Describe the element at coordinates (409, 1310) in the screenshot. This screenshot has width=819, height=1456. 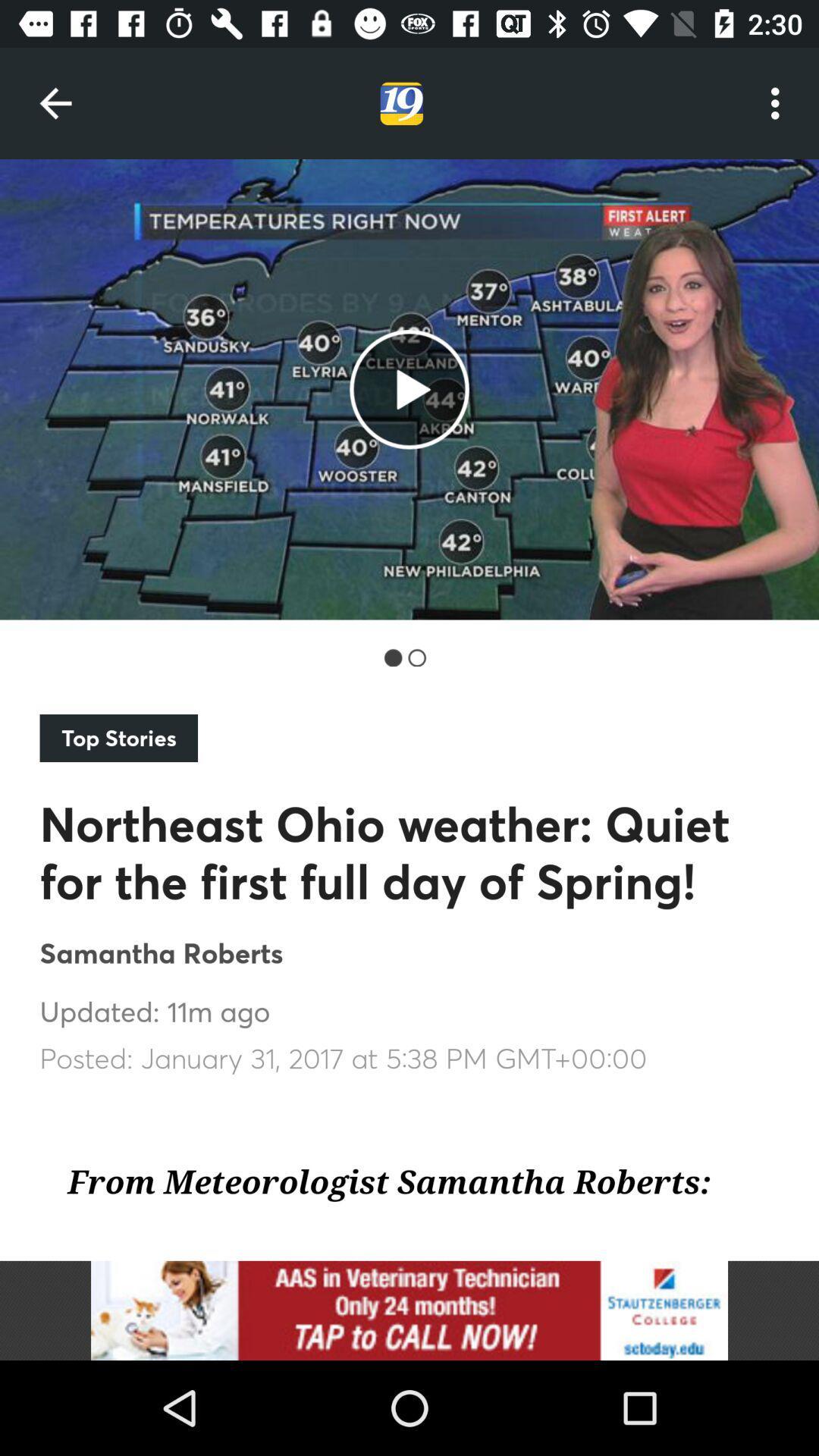
I see `image icon` at that location.